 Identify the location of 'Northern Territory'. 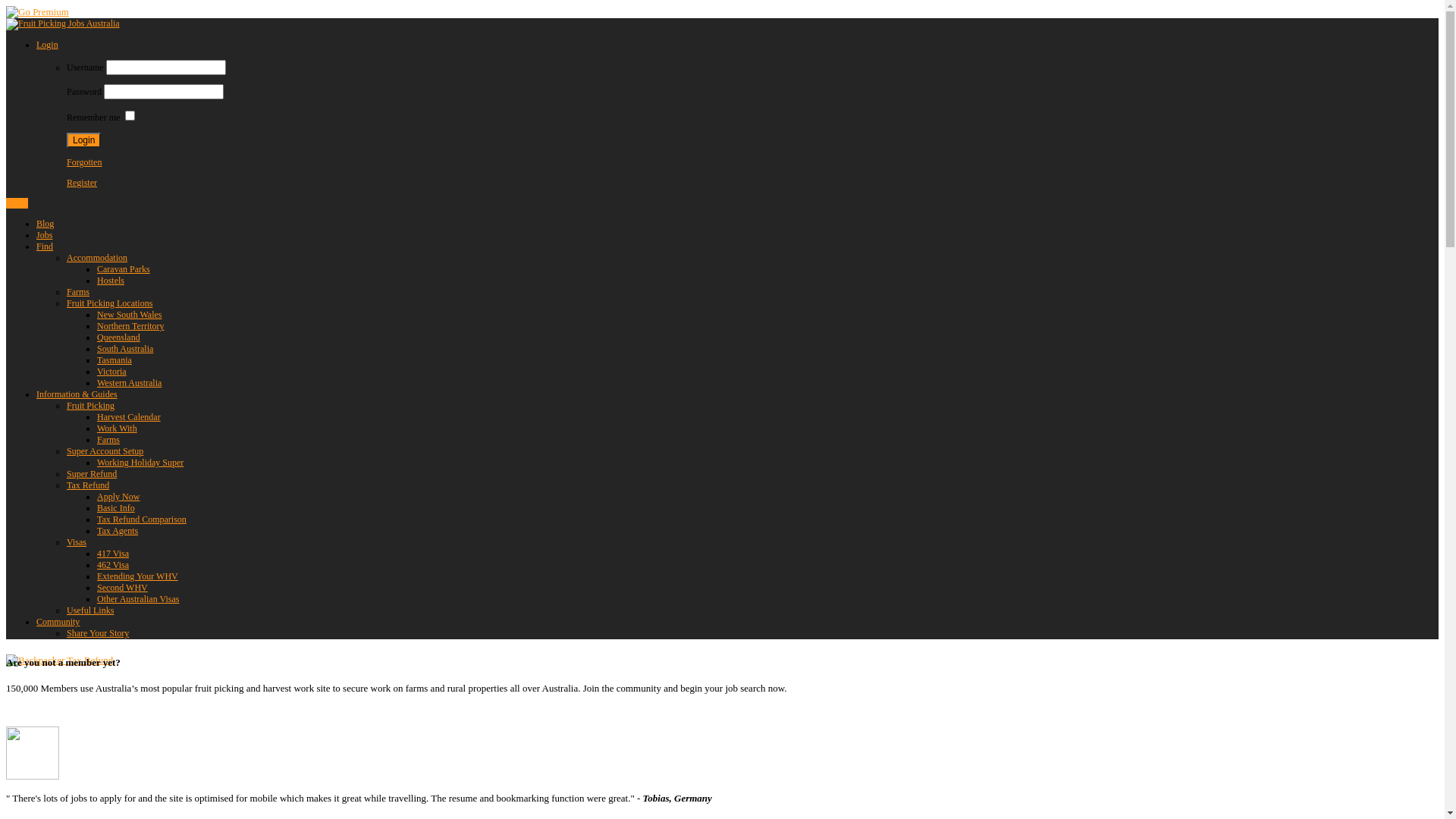
(130, 325).